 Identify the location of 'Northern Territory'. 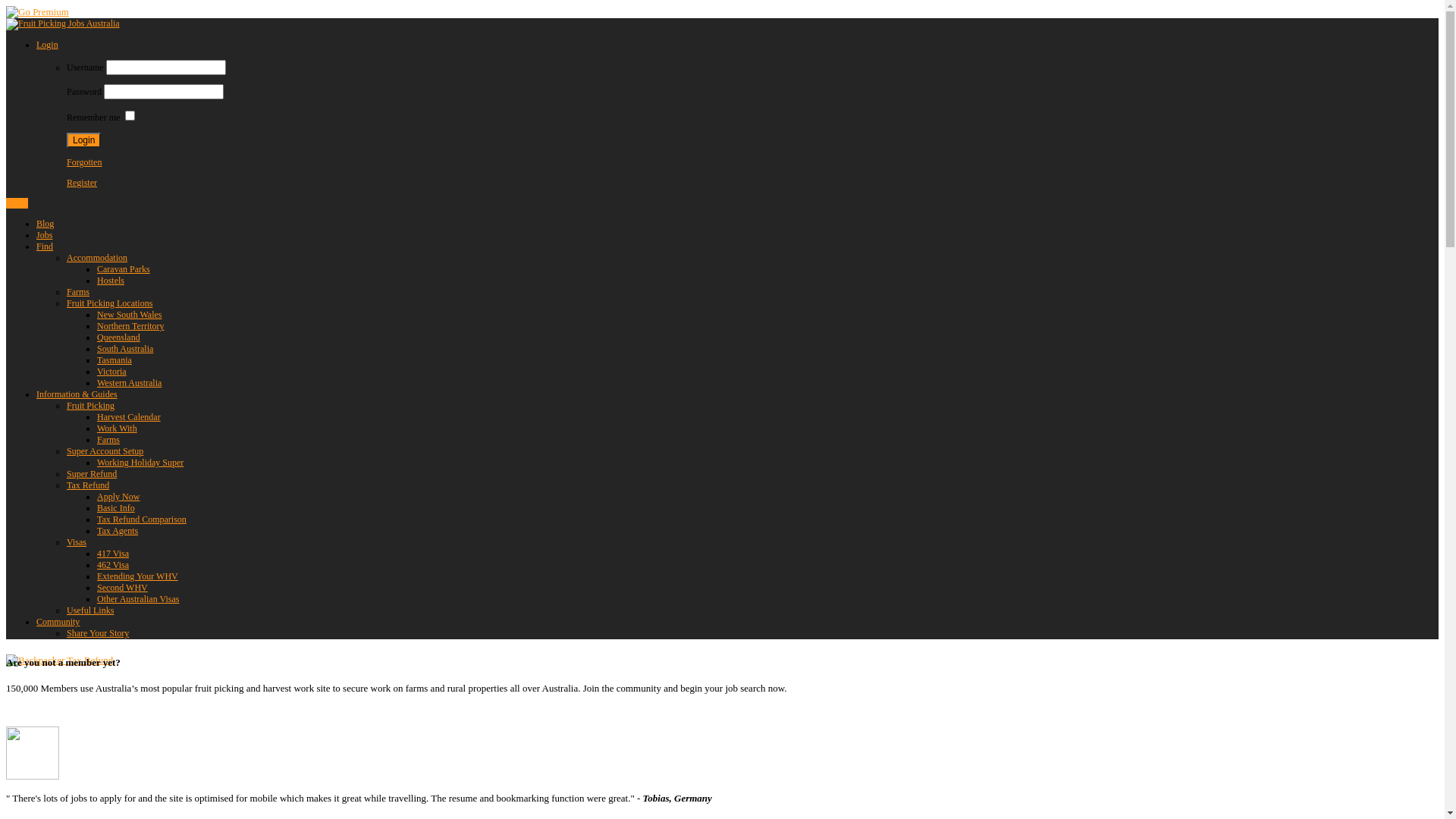
(130, 325).